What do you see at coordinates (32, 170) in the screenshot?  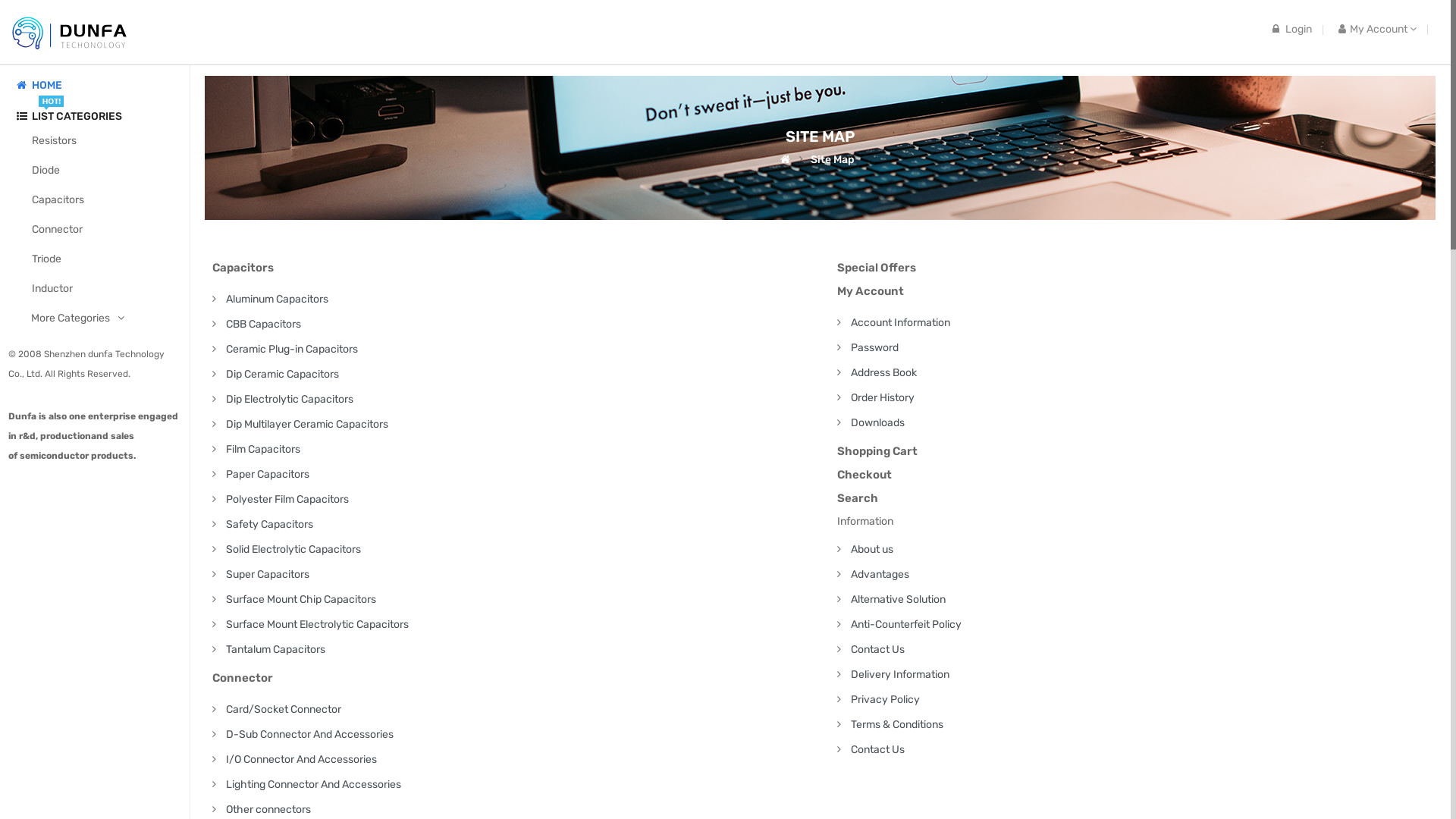 I see `'Diode'` at bounding box center [32, 170].